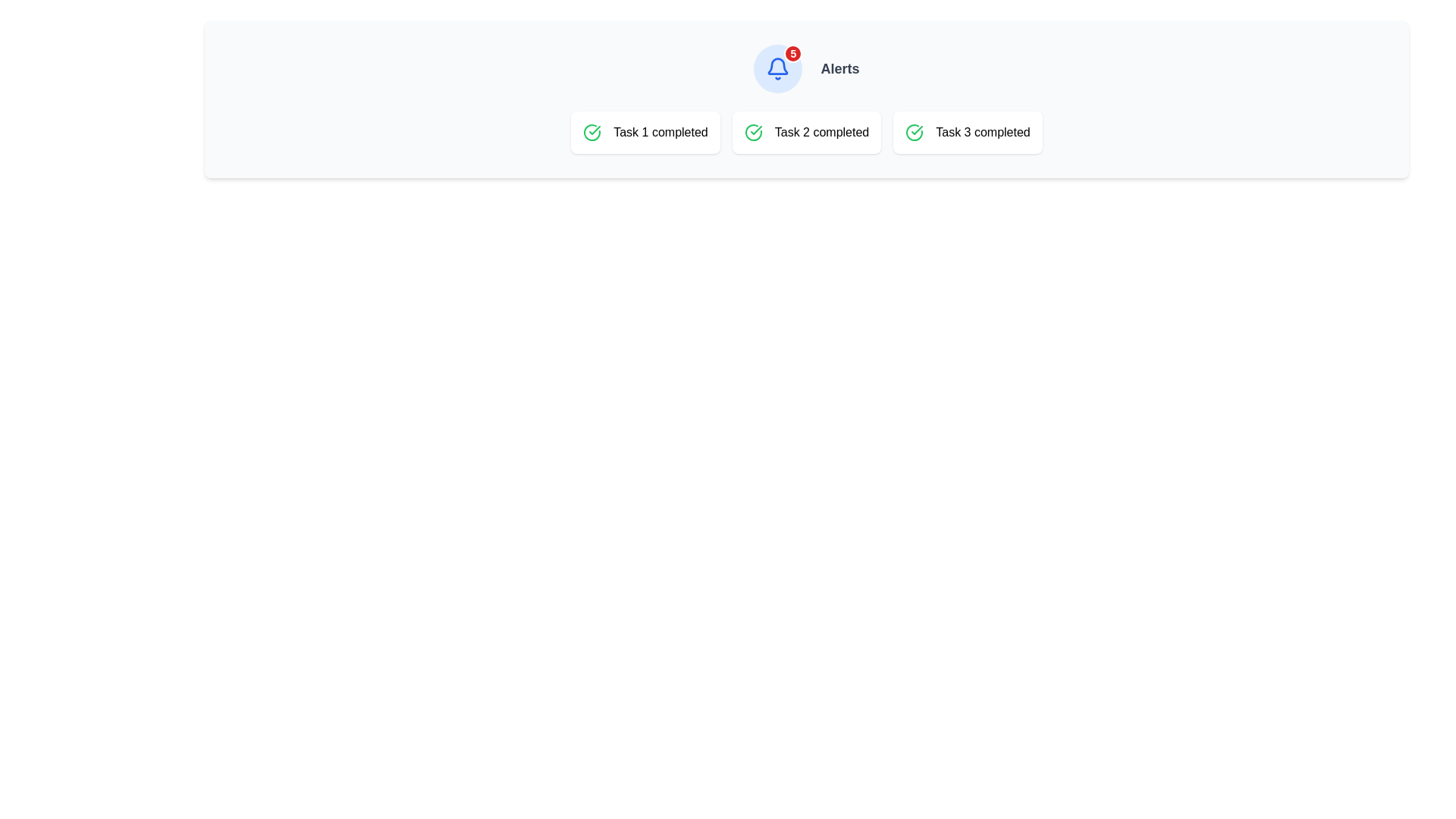  Describe the element at coordinates (792, 52) in the screenshot. I see `the Notification Badge displaying the number '5' with a red background and white text, located at the top-right corner of the bell icon` at that location.